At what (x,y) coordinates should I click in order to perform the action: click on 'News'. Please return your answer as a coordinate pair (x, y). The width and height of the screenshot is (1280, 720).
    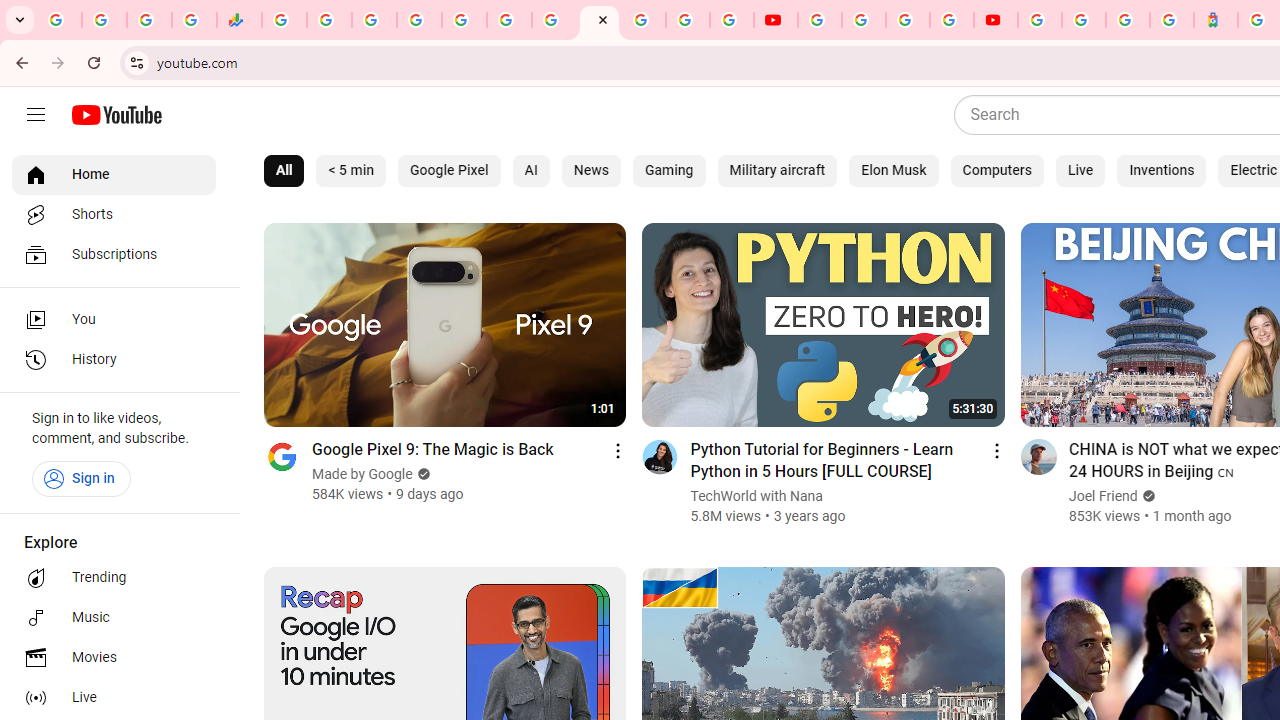
    Looking at the image, I should click on (589, 170).